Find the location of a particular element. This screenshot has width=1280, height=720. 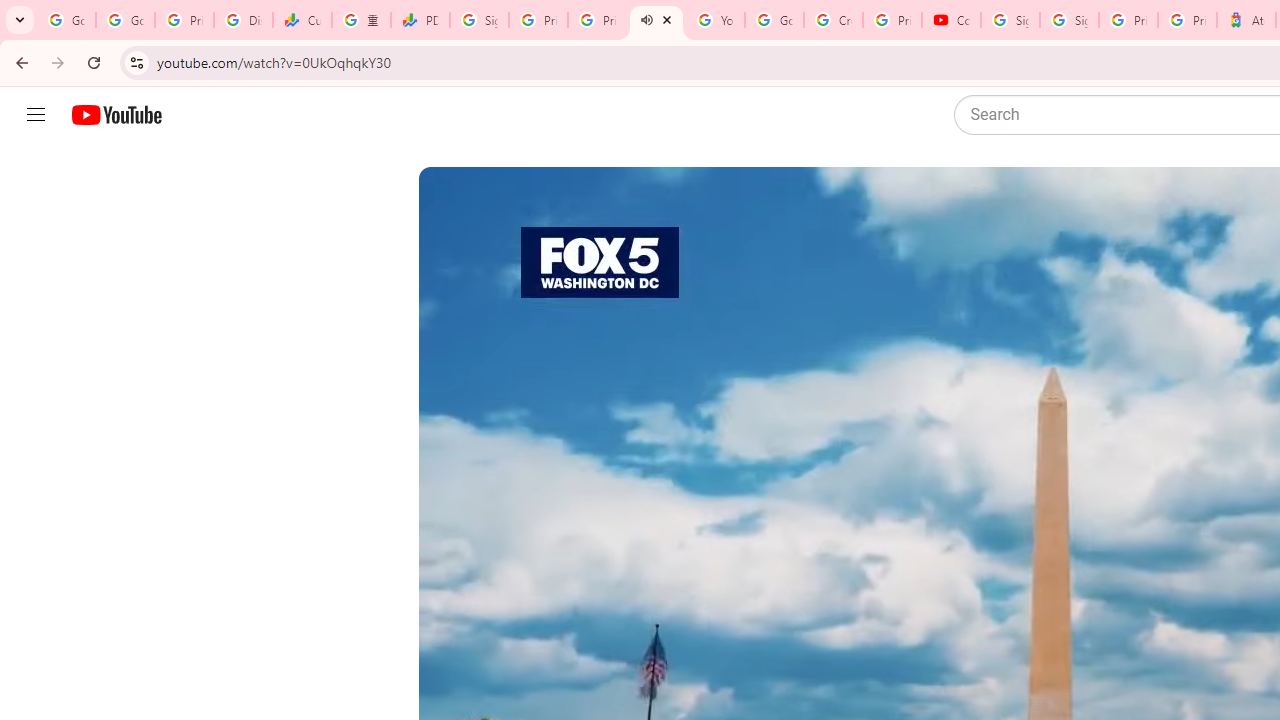

'Guide' is located at coordinates (35, 115).